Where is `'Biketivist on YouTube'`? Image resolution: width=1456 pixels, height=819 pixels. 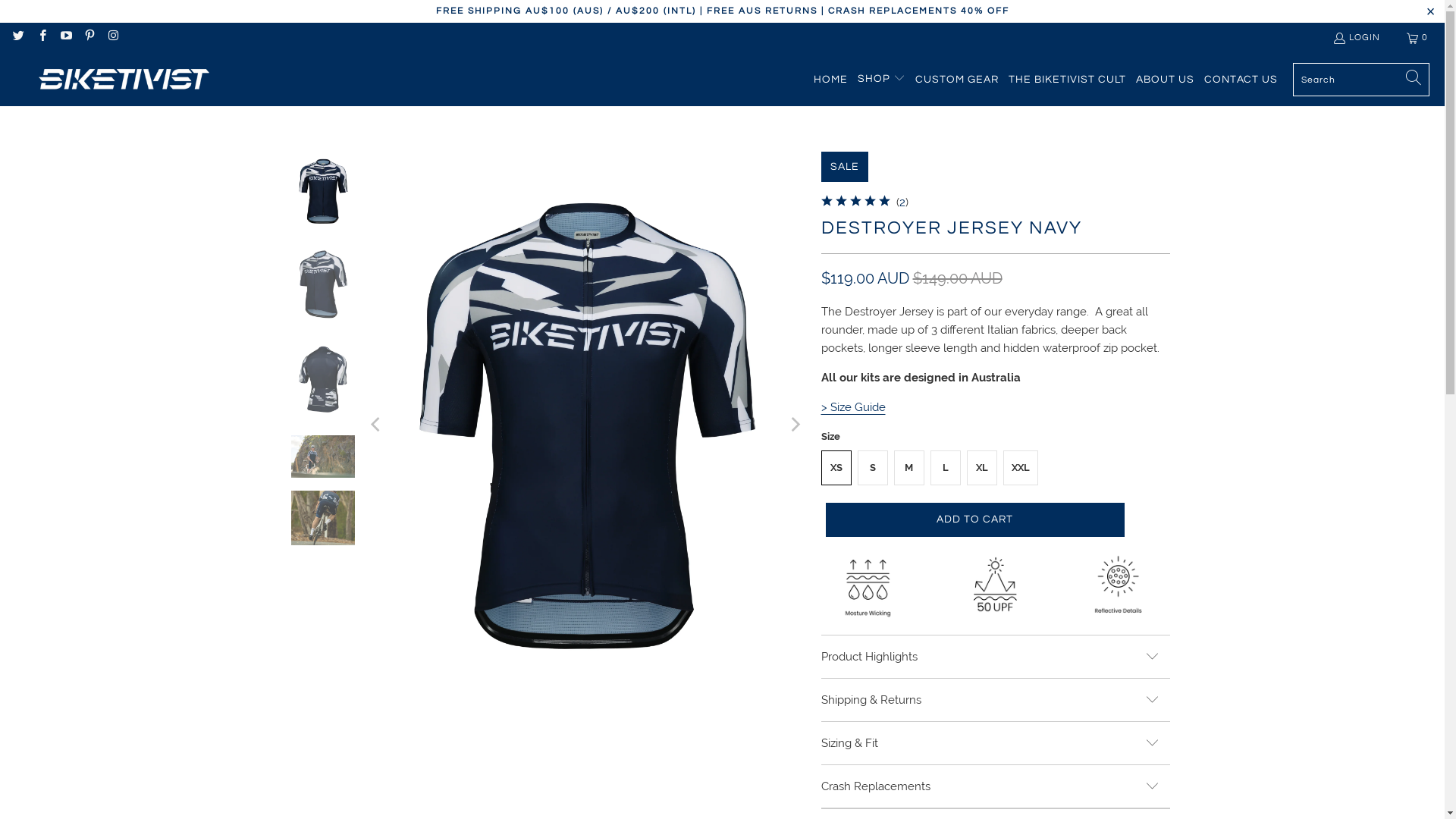 'Biketivist on YouTube' is located at coordinates (64, 36).